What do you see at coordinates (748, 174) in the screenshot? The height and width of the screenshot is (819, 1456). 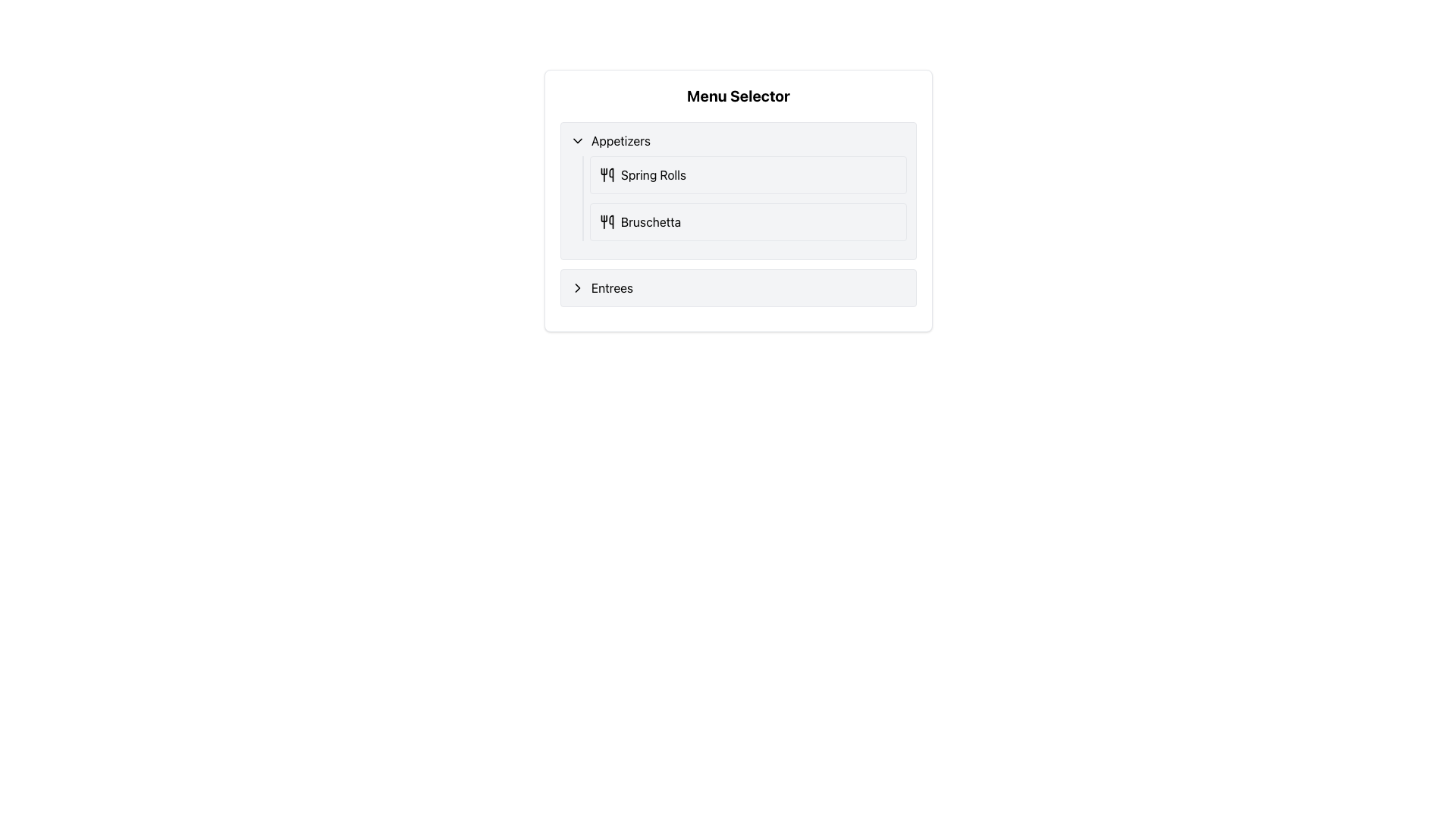 I see `the menu item for 'Spring Rolls' located in the 'Appetizers' section` at bounding box center [748, 174].